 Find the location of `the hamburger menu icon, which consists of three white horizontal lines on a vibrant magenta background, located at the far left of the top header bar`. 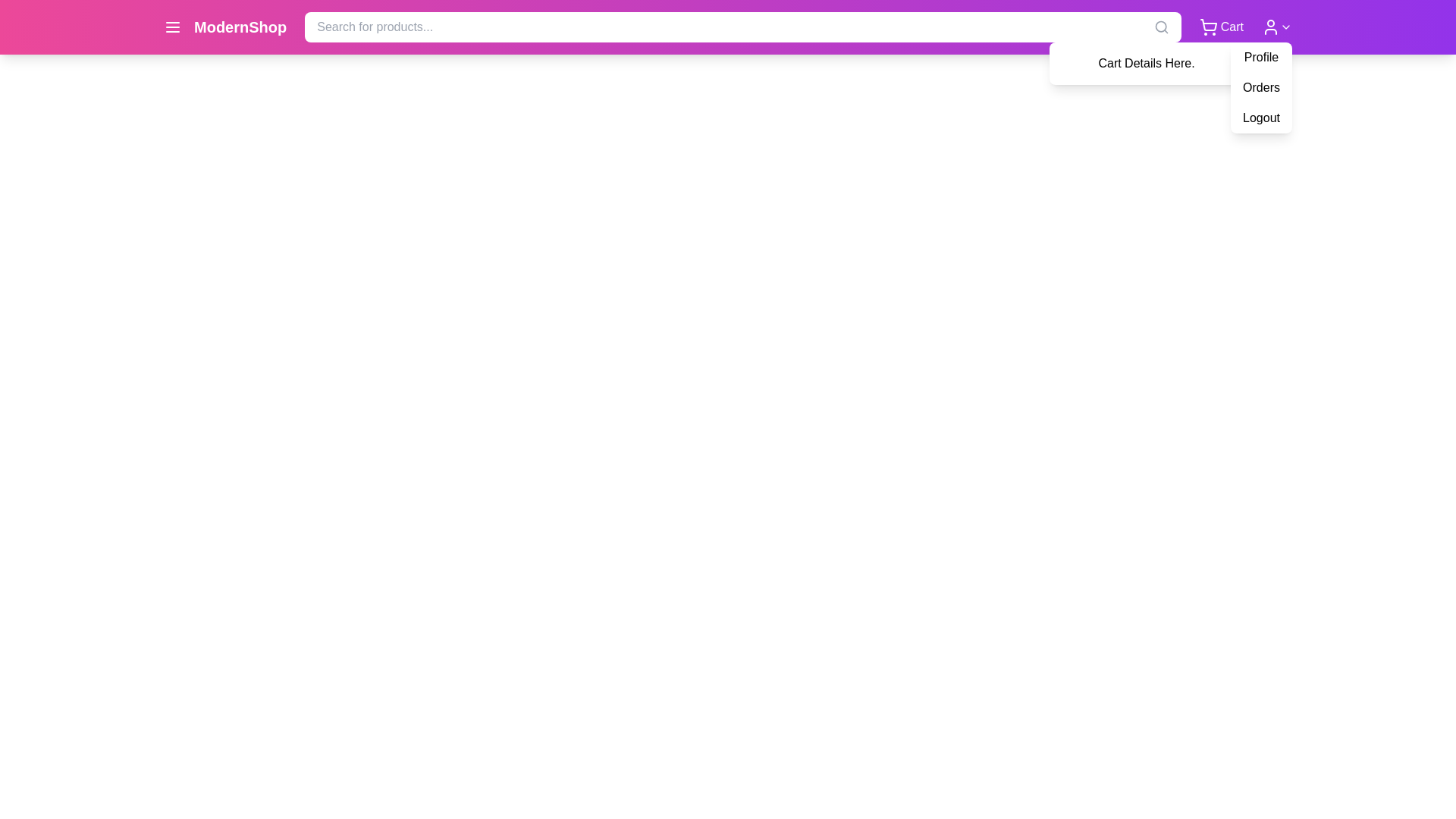

the hamburger menu icon, which consists of three white horizontal lines on a vibrant magenta background, located at the far left of the top header bar is located at coordinates (172, 27).